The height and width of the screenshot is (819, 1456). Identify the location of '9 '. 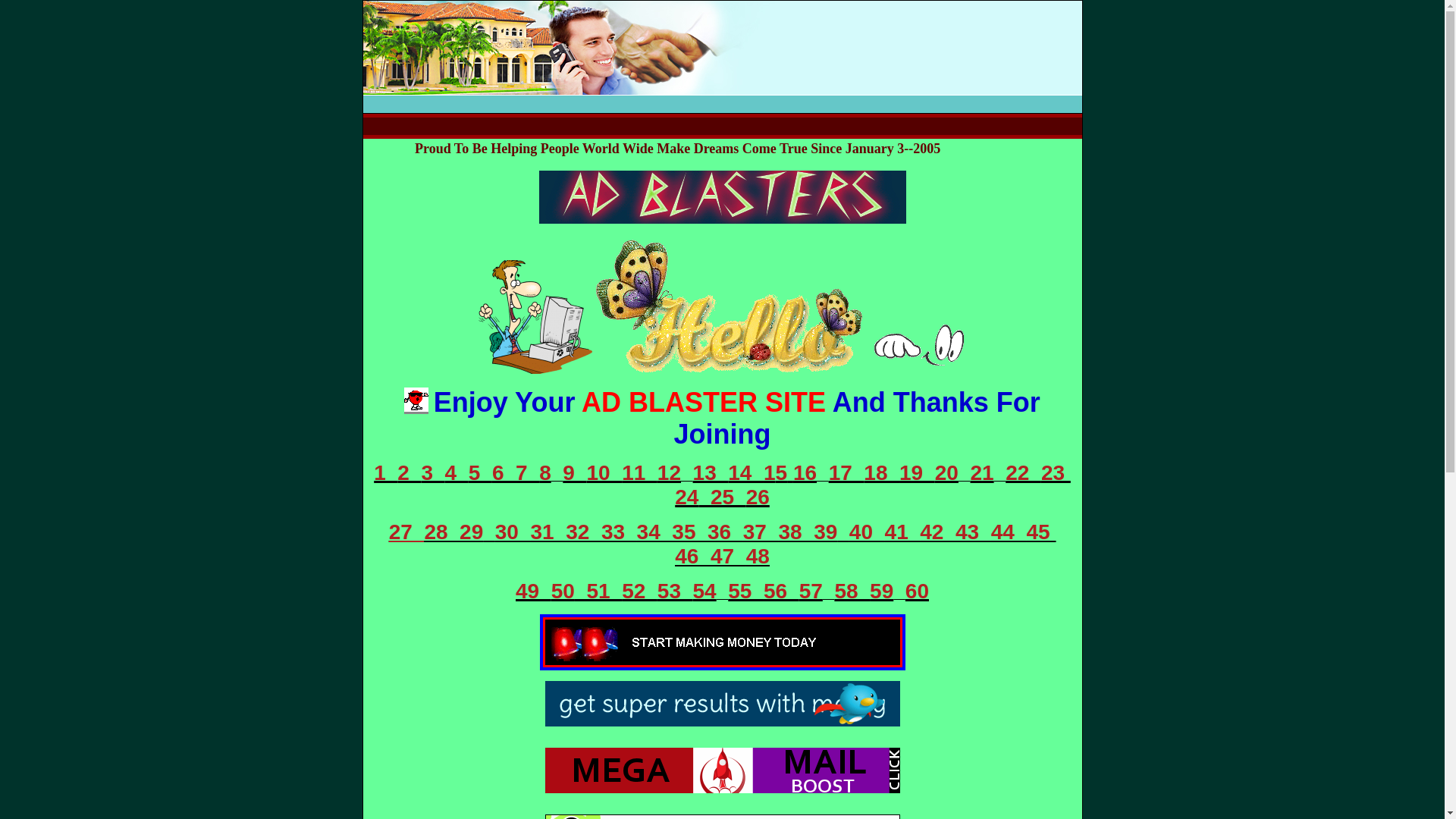
(573, 472).